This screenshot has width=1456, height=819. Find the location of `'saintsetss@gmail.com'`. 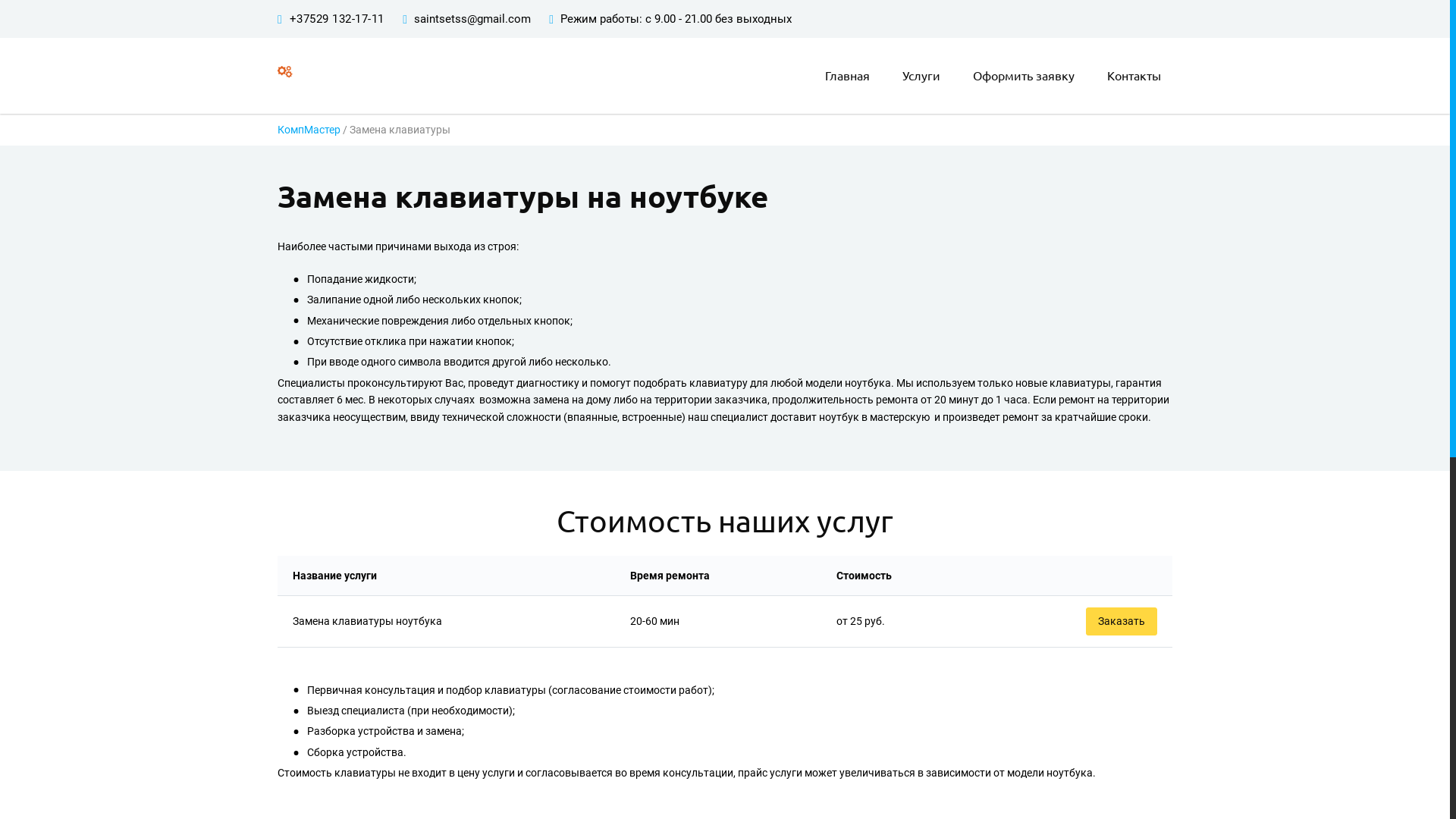

'saintsetss@gmail.com' is located at coordinates (472, 18).